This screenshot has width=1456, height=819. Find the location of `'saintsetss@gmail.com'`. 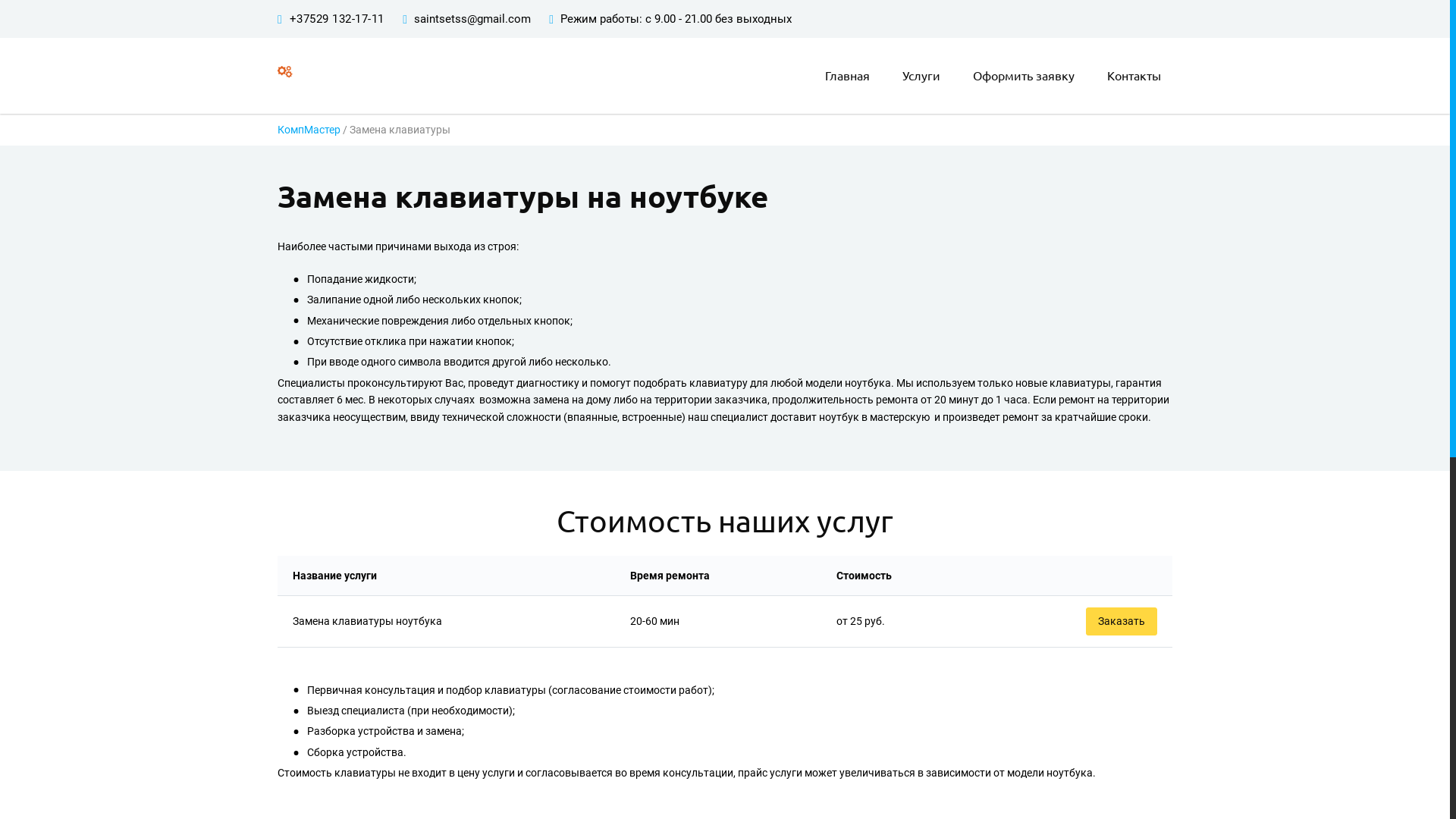

'saintsetss@gmail.com' is located at coordinates (472, 18).